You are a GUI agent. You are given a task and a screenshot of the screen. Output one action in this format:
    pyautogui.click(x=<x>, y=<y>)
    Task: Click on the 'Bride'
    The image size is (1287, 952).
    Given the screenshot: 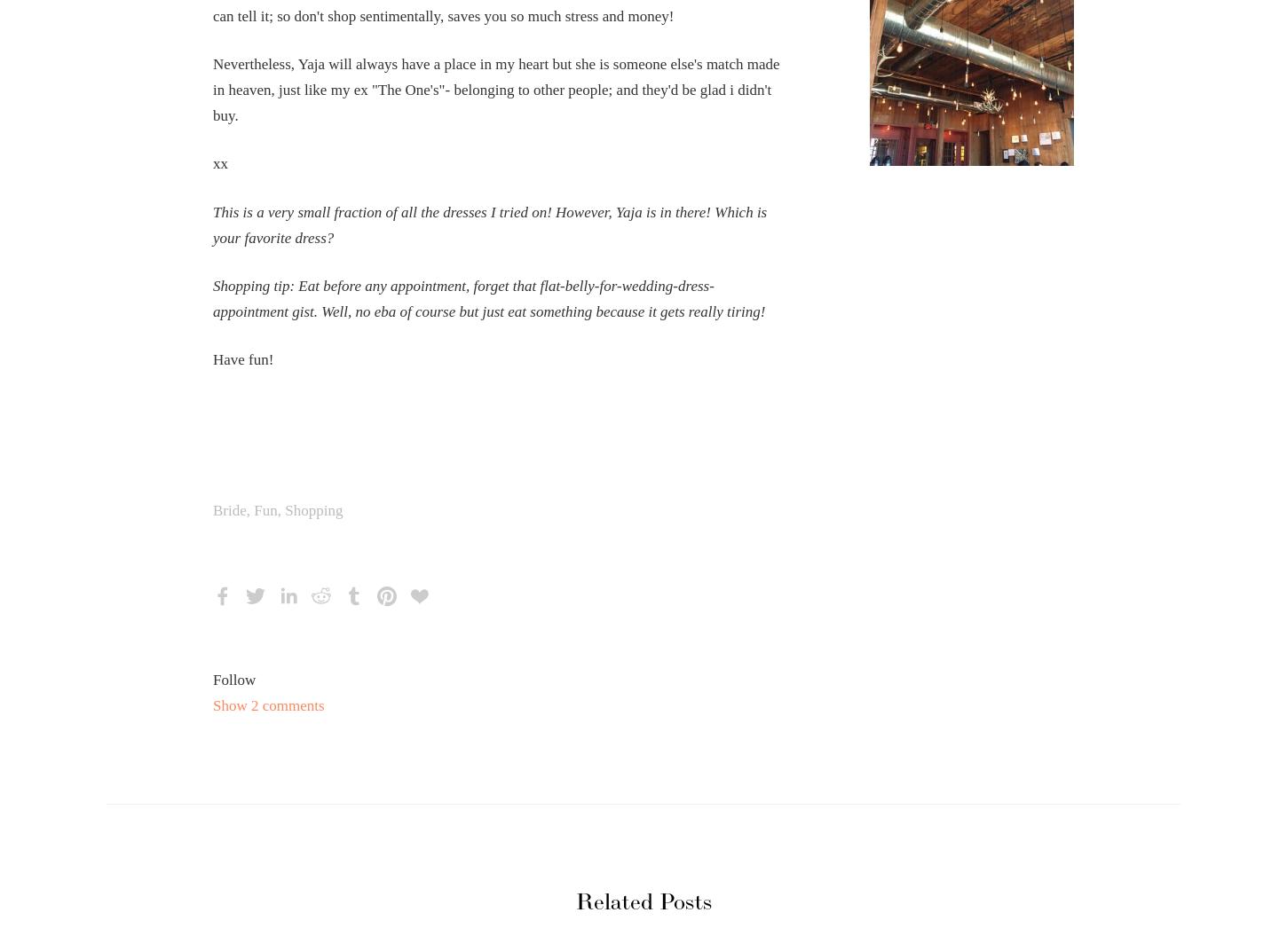 What is the action you would take?
    pyautogui.click(x=211, y=510)
    